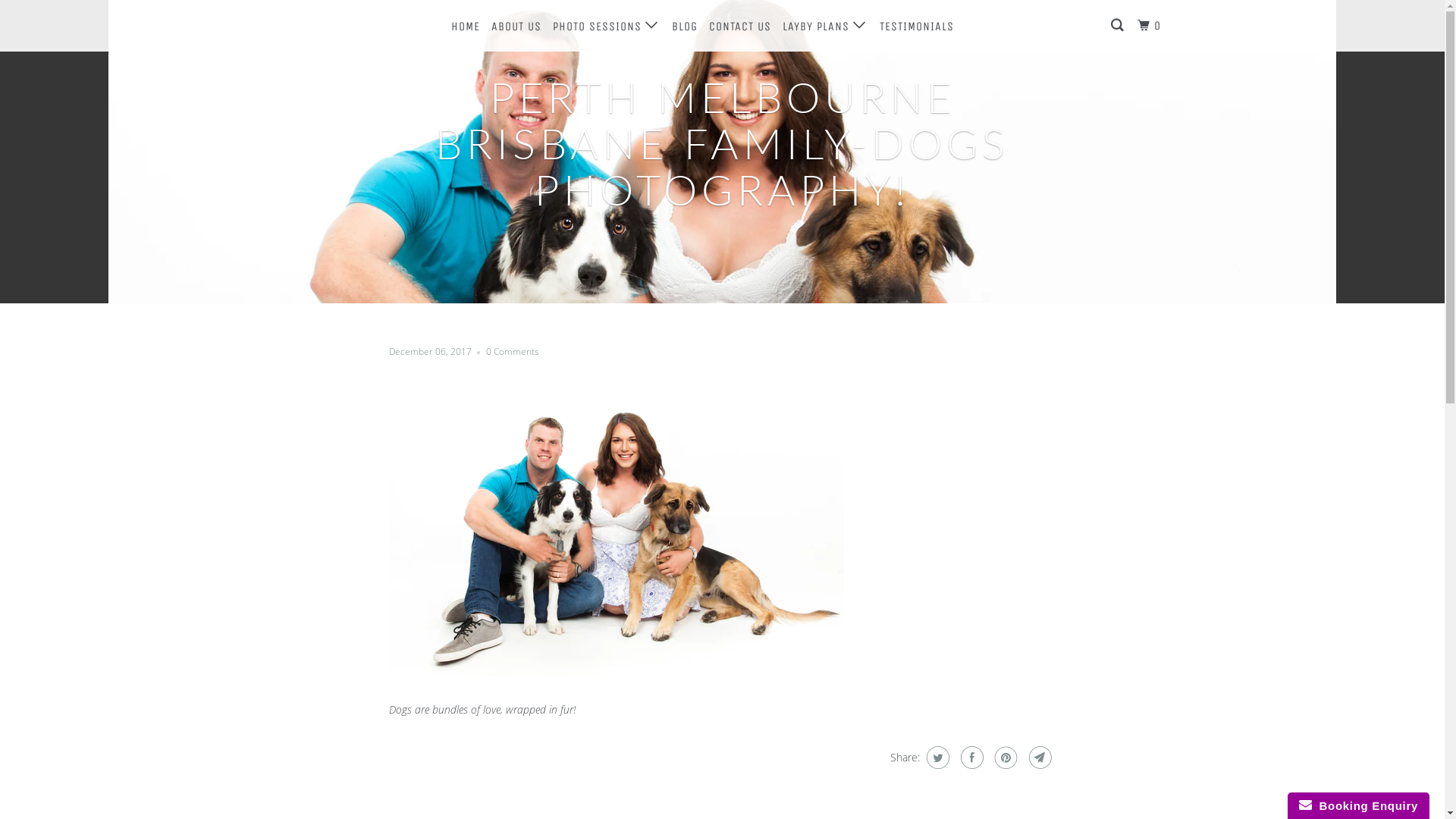 The width and height of the screenshot is (1456, 819). I want to click on 'Search', so click(1118, 26).